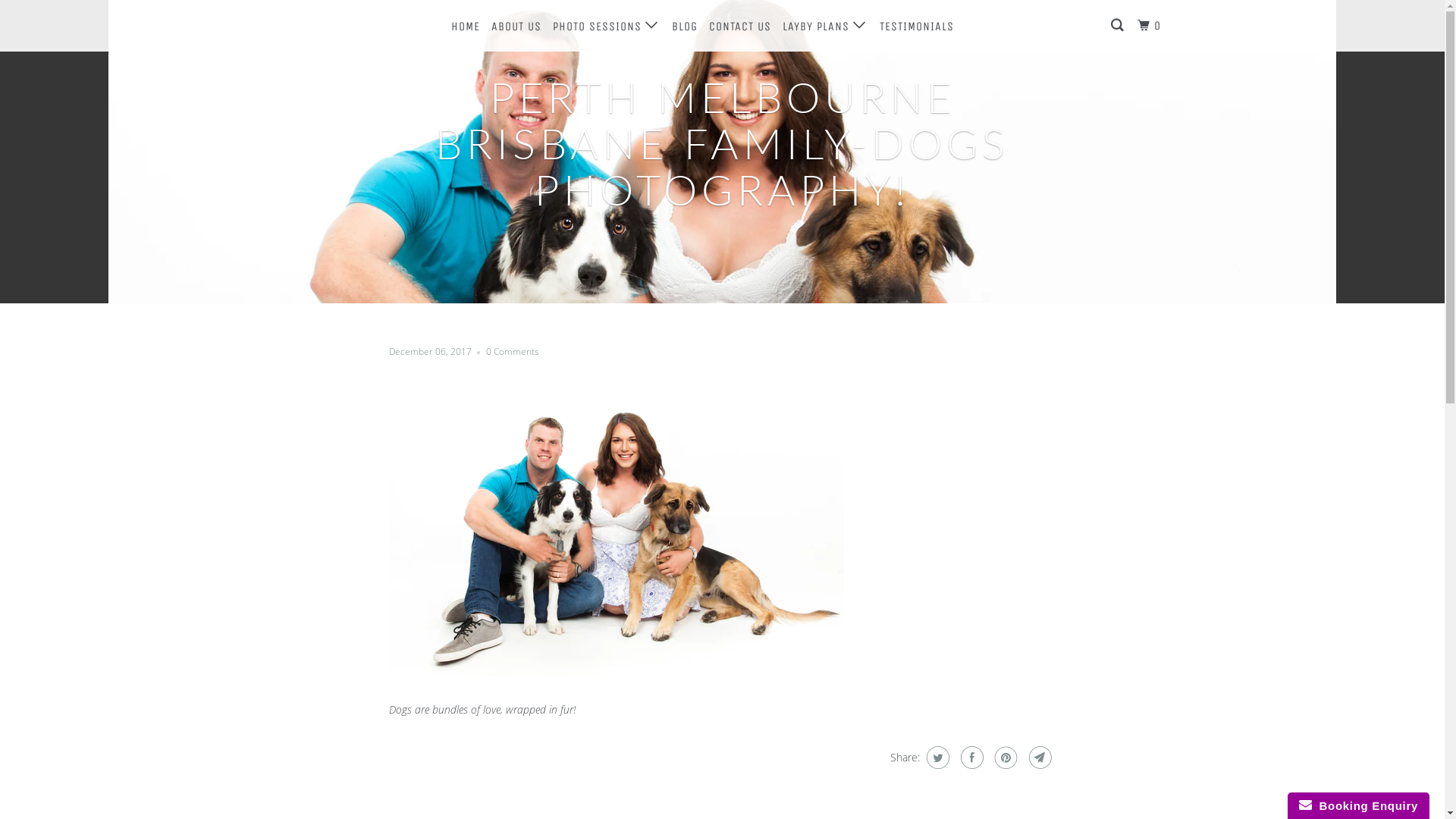 The width and height of the screenshot is (1456, 819). I want to click on 'Search', so click(1118, 26).